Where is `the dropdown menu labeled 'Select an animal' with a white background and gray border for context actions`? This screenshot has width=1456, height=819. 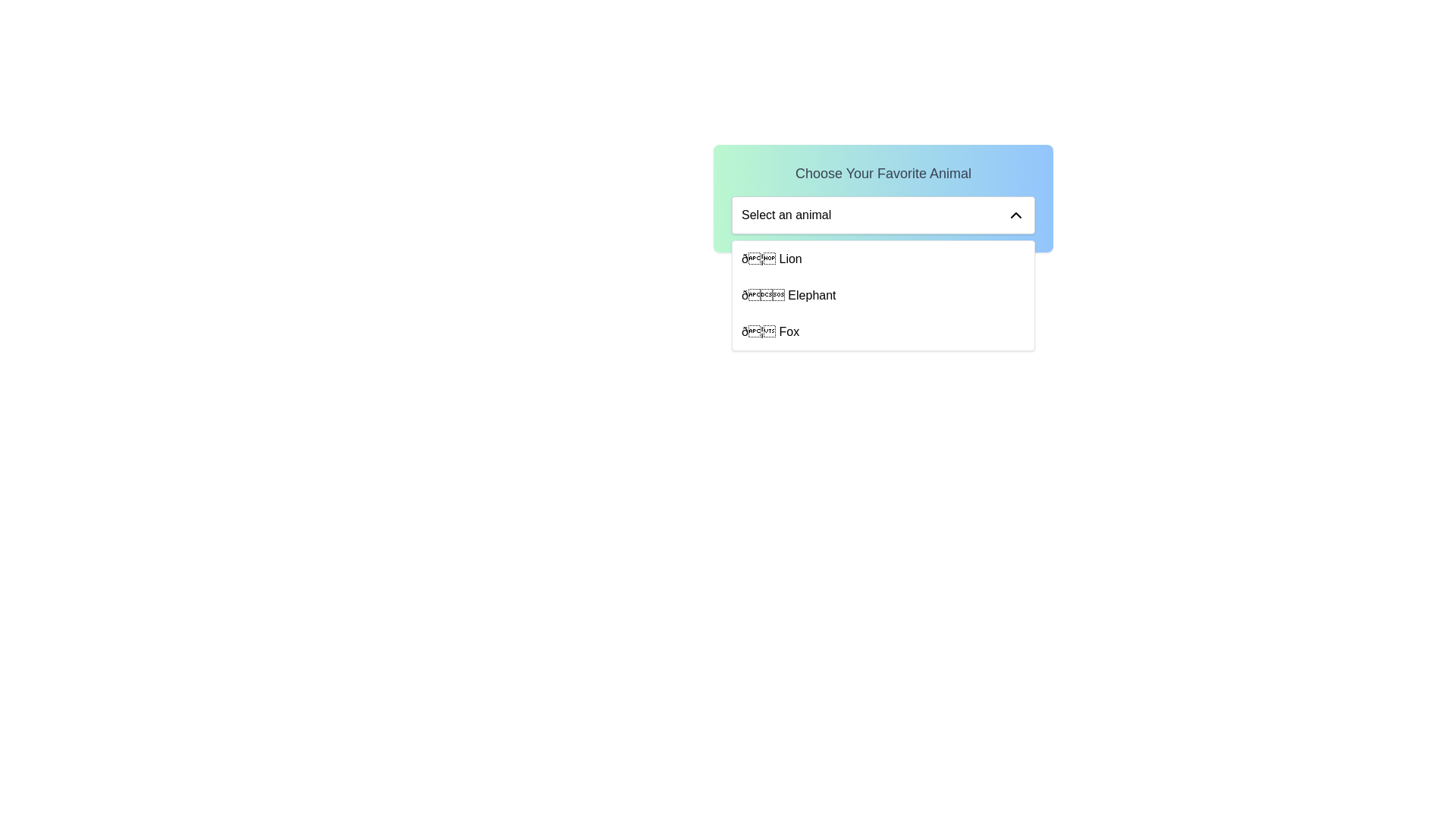
the dropdown menu labeled 'Select an animal' with a white background and gray border for context actions is located at coordinates (883, 215).